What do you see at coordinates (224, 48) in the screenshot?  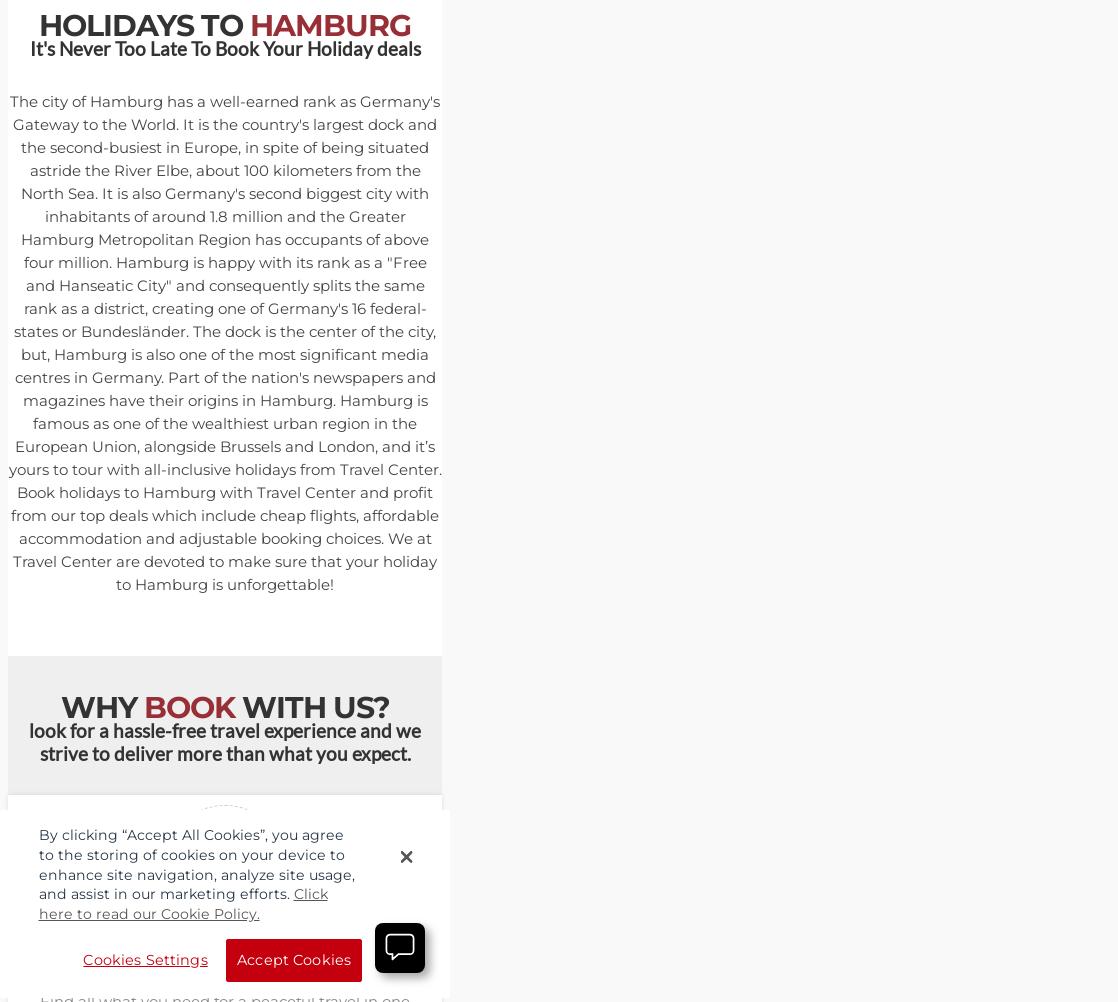 I see `'It's Never Too Late To Book Your Holiday deals'` at bounding box center [224, 48].